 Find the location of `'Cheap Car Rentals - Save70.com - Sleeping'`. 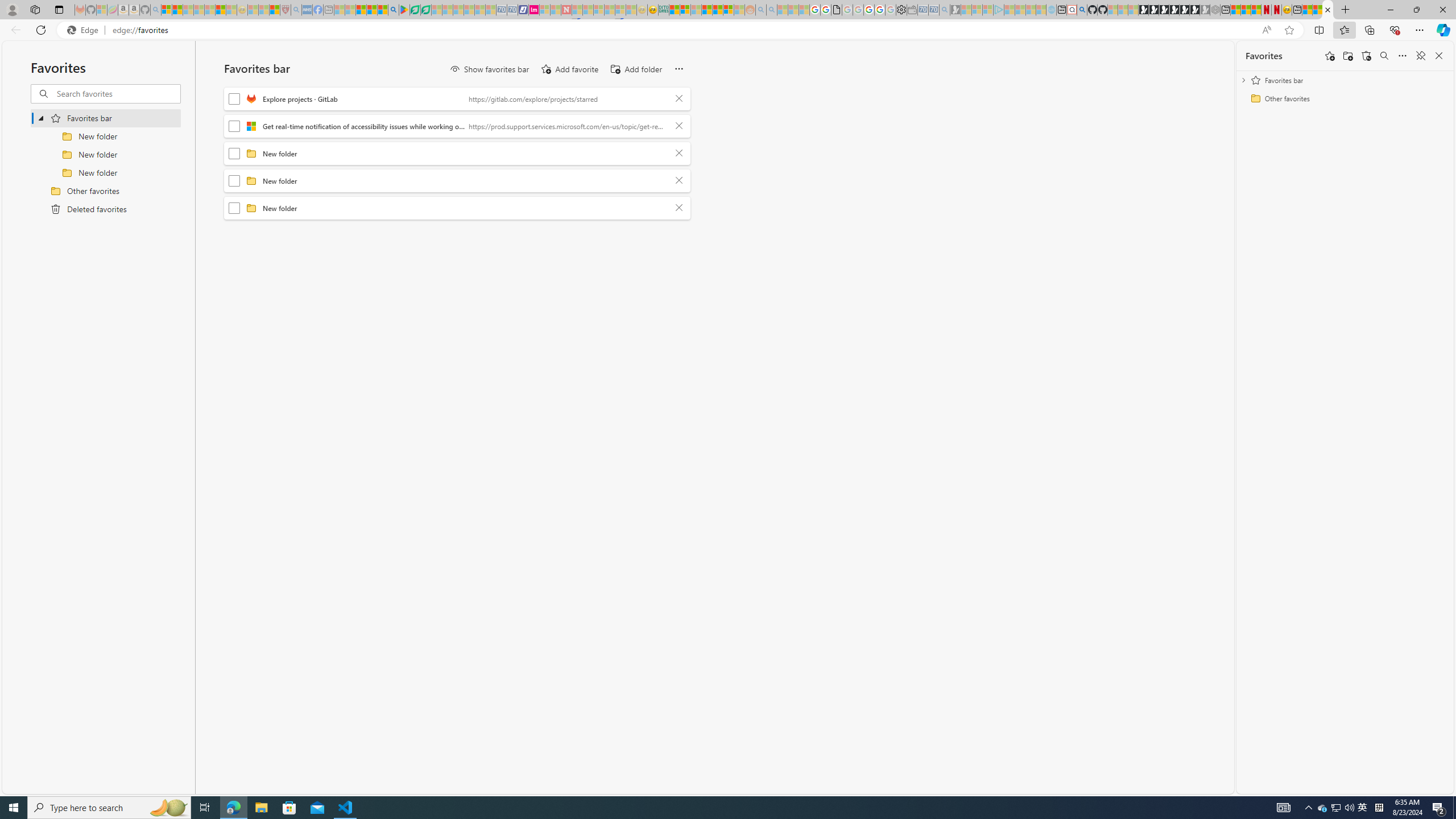

'Cheap Car Rentals - Save70.com - Sleeping' is located at coordinates (932, 9).